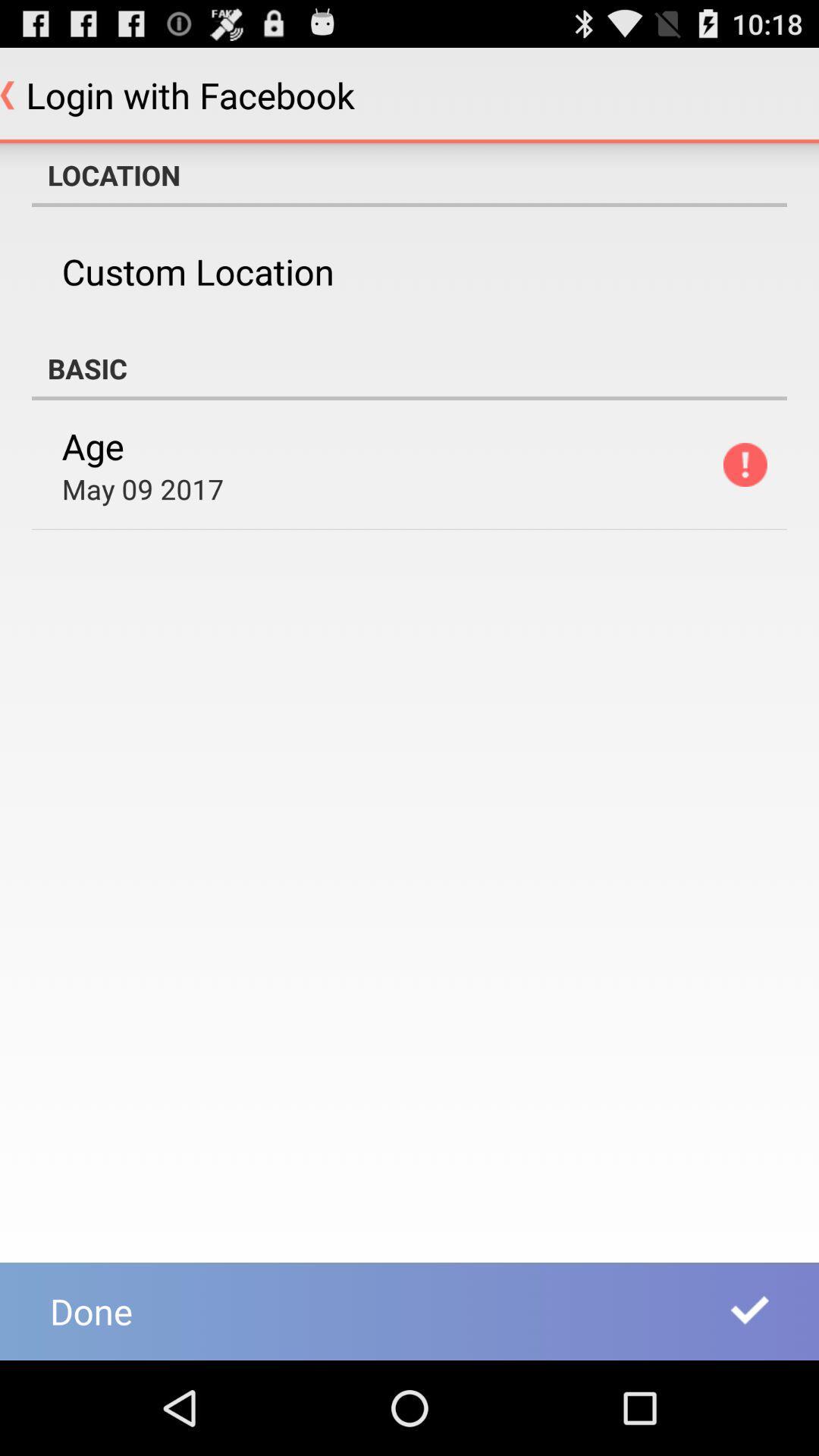 The width and height of the screenshot is (819, 1456). Describe the element at coordinates (409, 368) in the screenshot. I see `the basic` at that location.